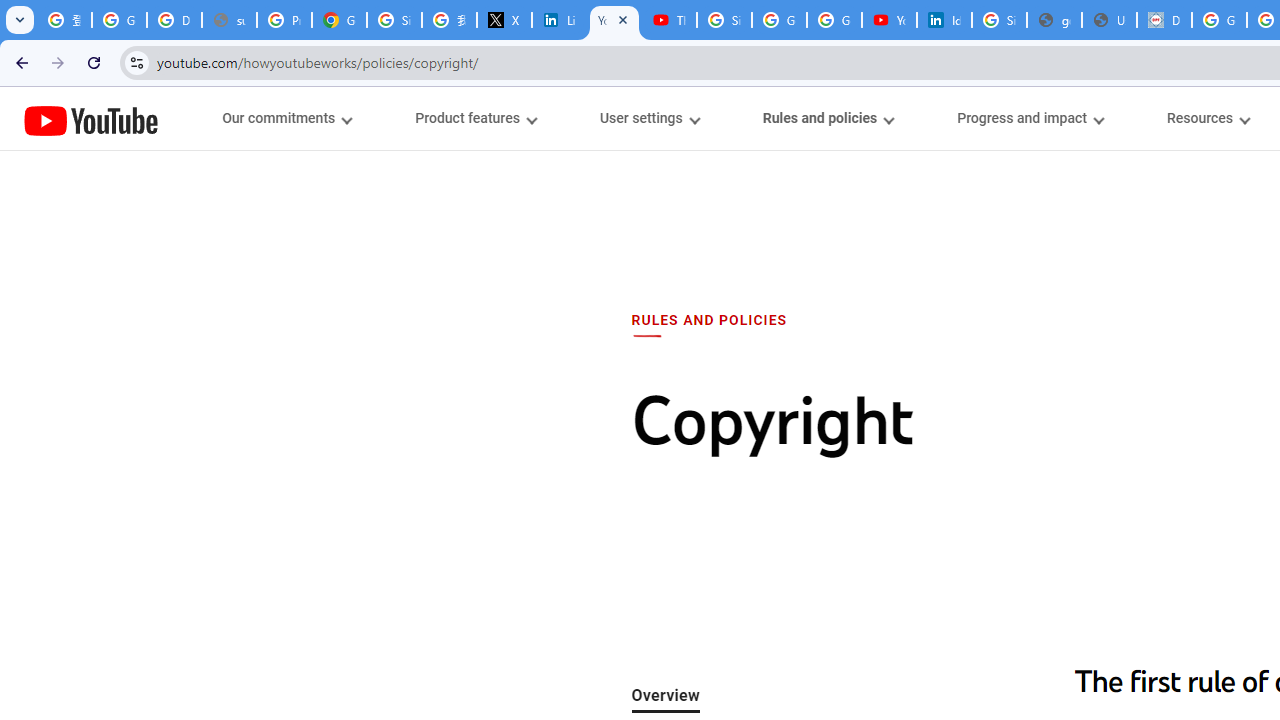 The width and height of the screenshot is (1280, 720). Describe the element at coordinates (1053, 20) in the screenshot. I see `'google_privacy_policy_en.pdf'` at that location.